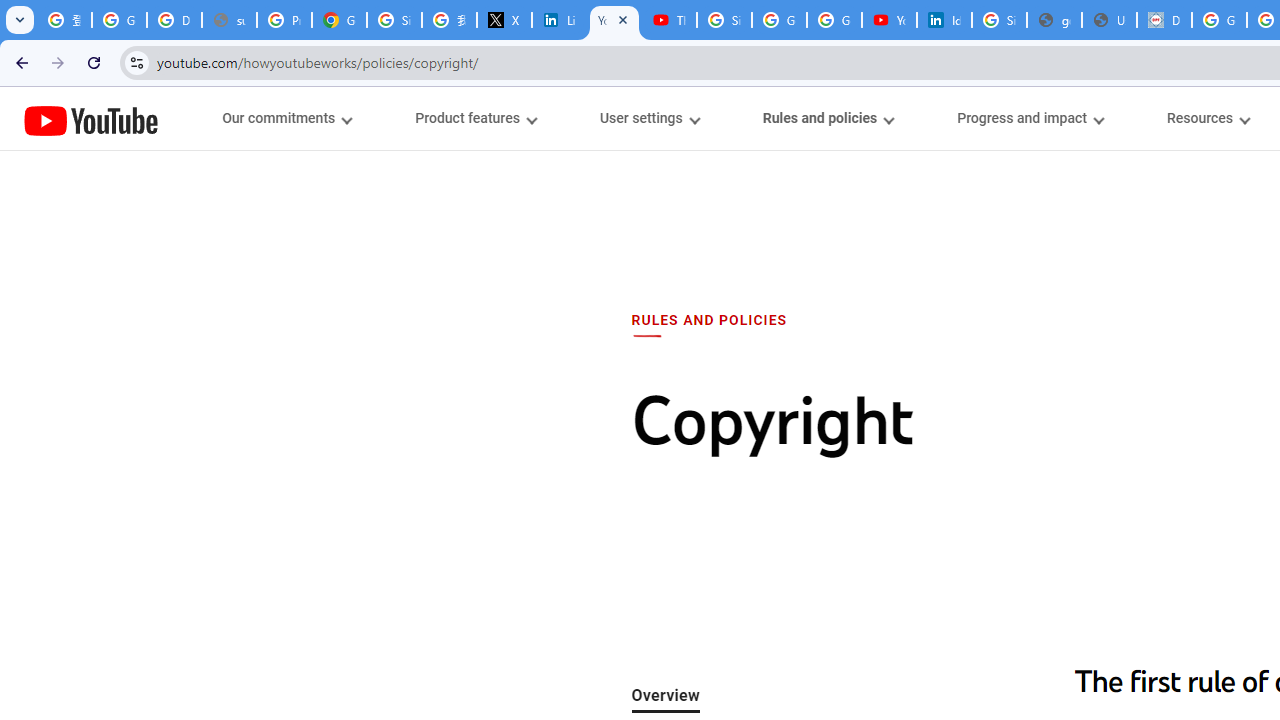 The width and height of the screenshot is (1280, 720). Describe the element at coordinates (1053, 20) in the screenshot. I see `'google_privacy_policy_en.pdf'` at that location.